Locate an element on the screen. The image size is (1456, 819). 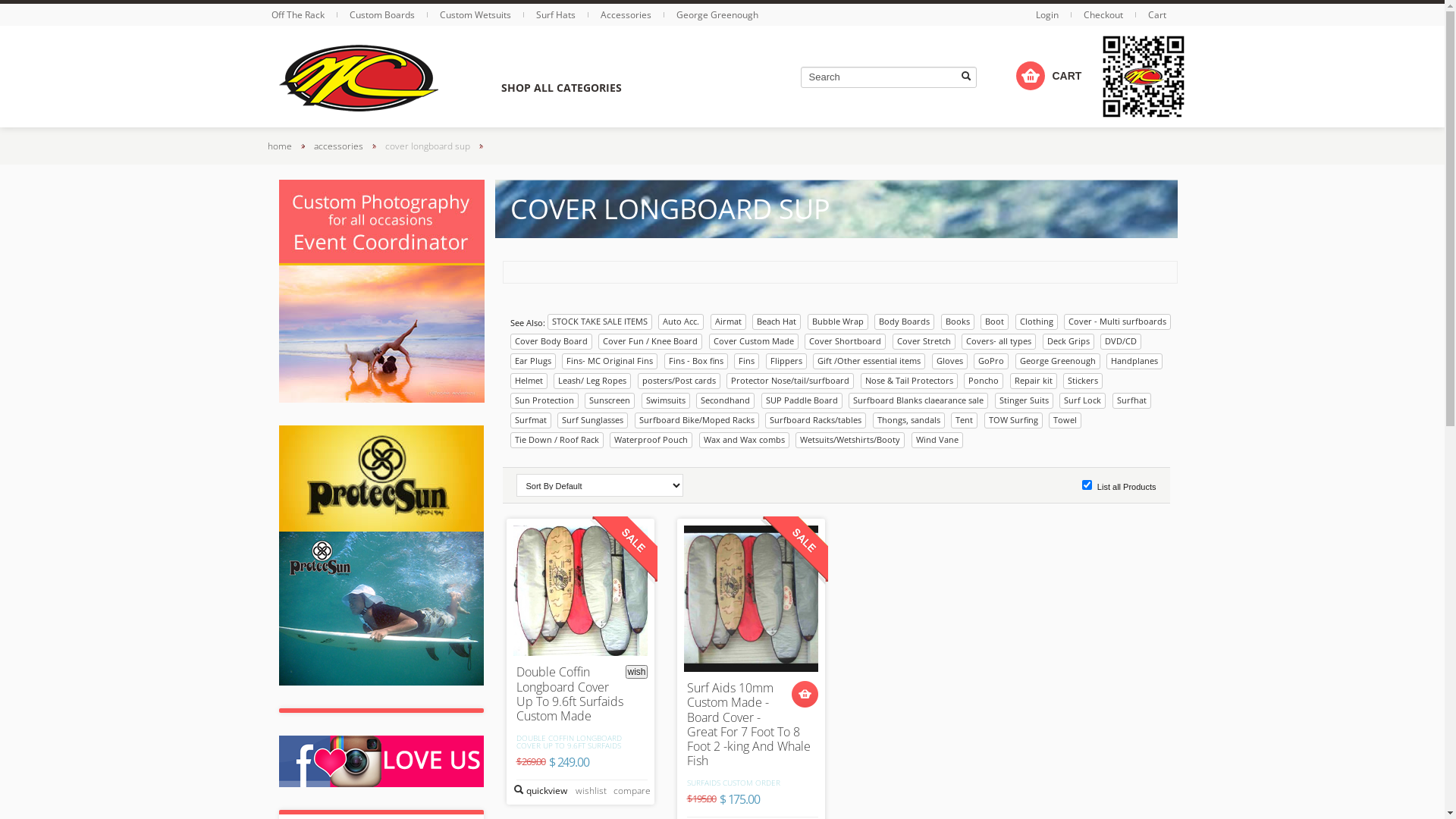
'Surf Hats' is located at coordinates (555, 14).